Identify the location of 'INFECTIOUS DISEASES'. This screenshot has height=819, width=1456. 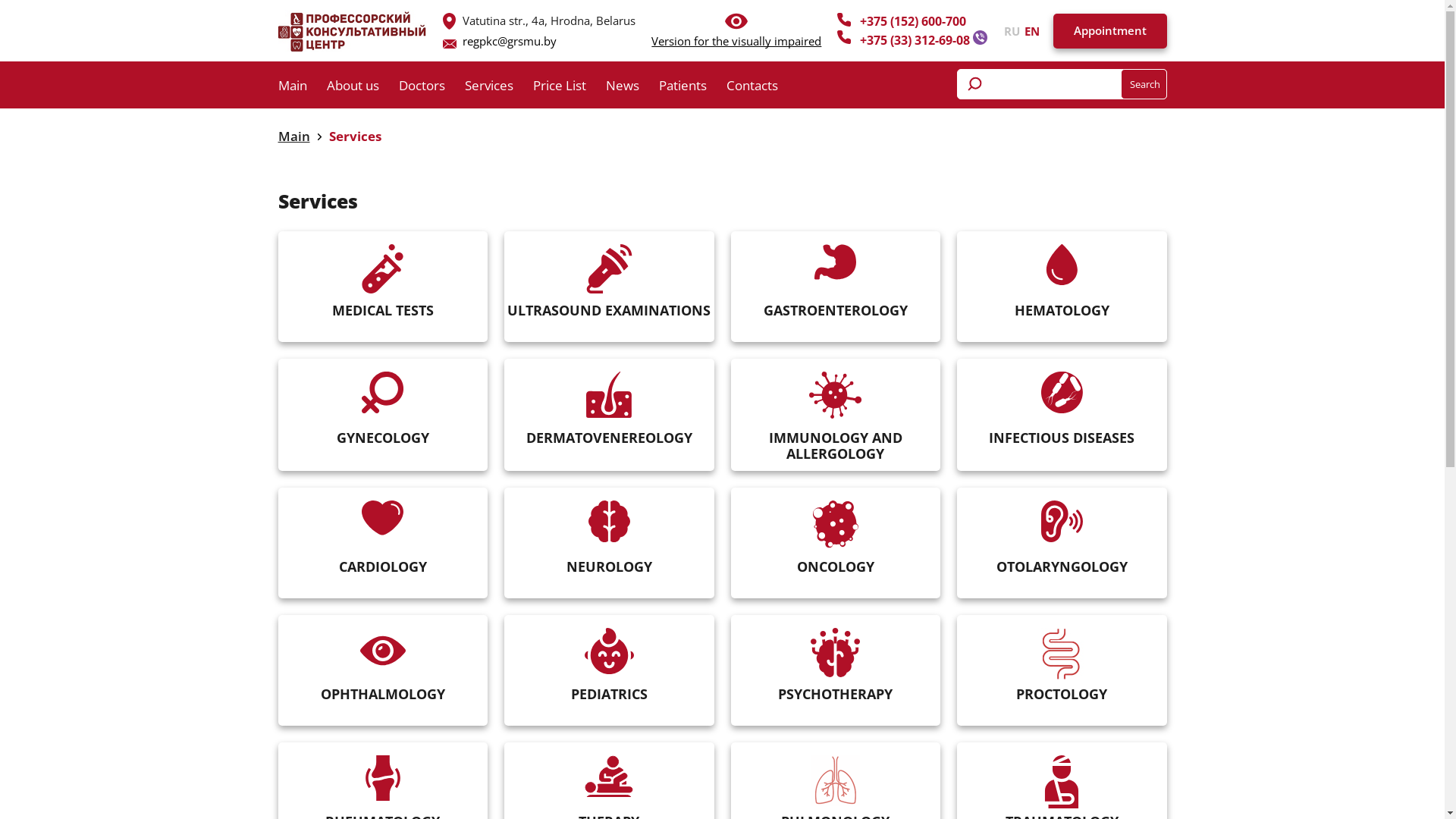
(1061, 415).